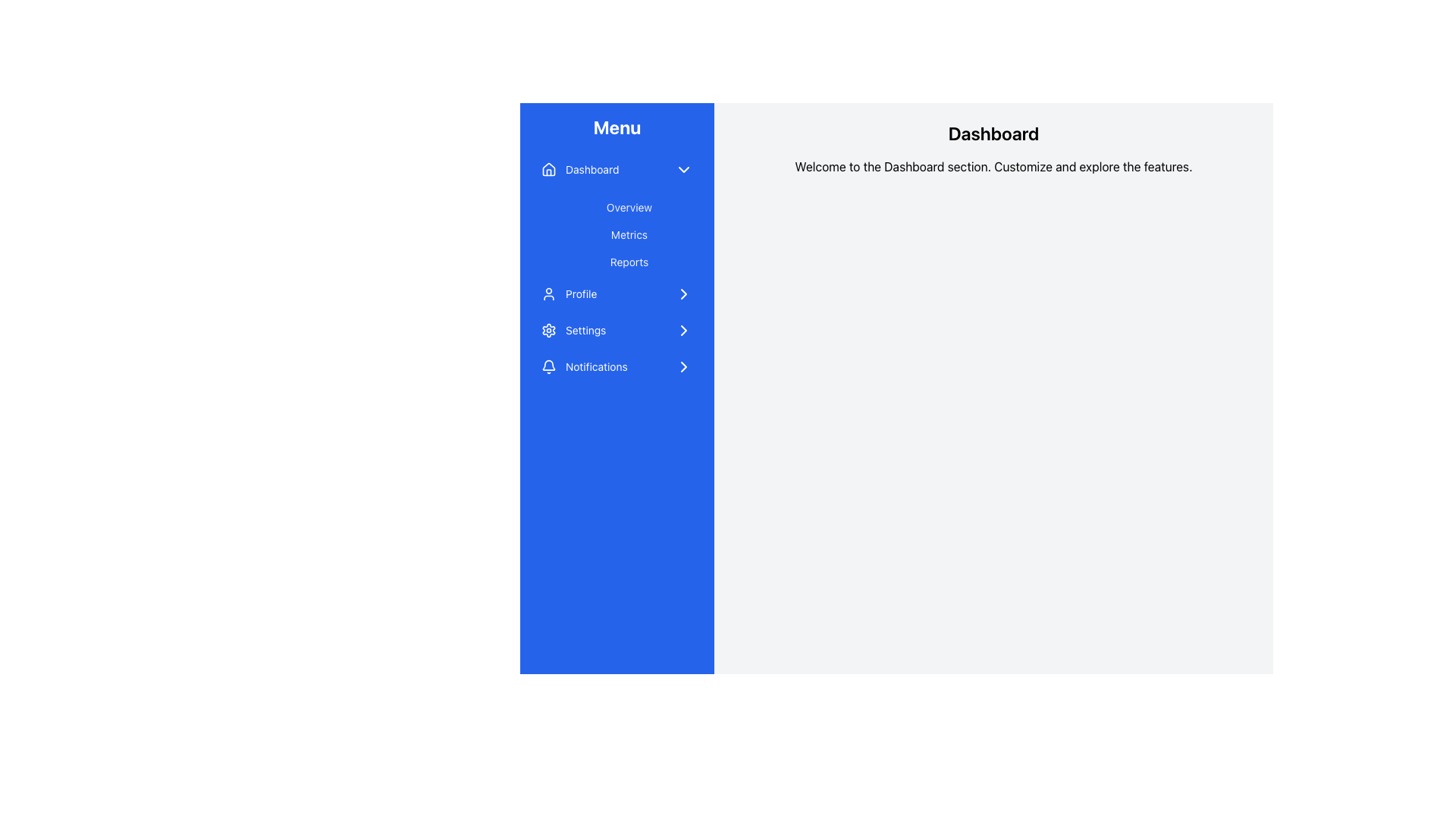  What do you see at coordinates (617, 127) in the screenshot?
I see `the 'Menu' title in bold white text located at the top of the vertical sidebar on the left side of the interface, which is displayed on a blue background` at bounding box center [617, 127].